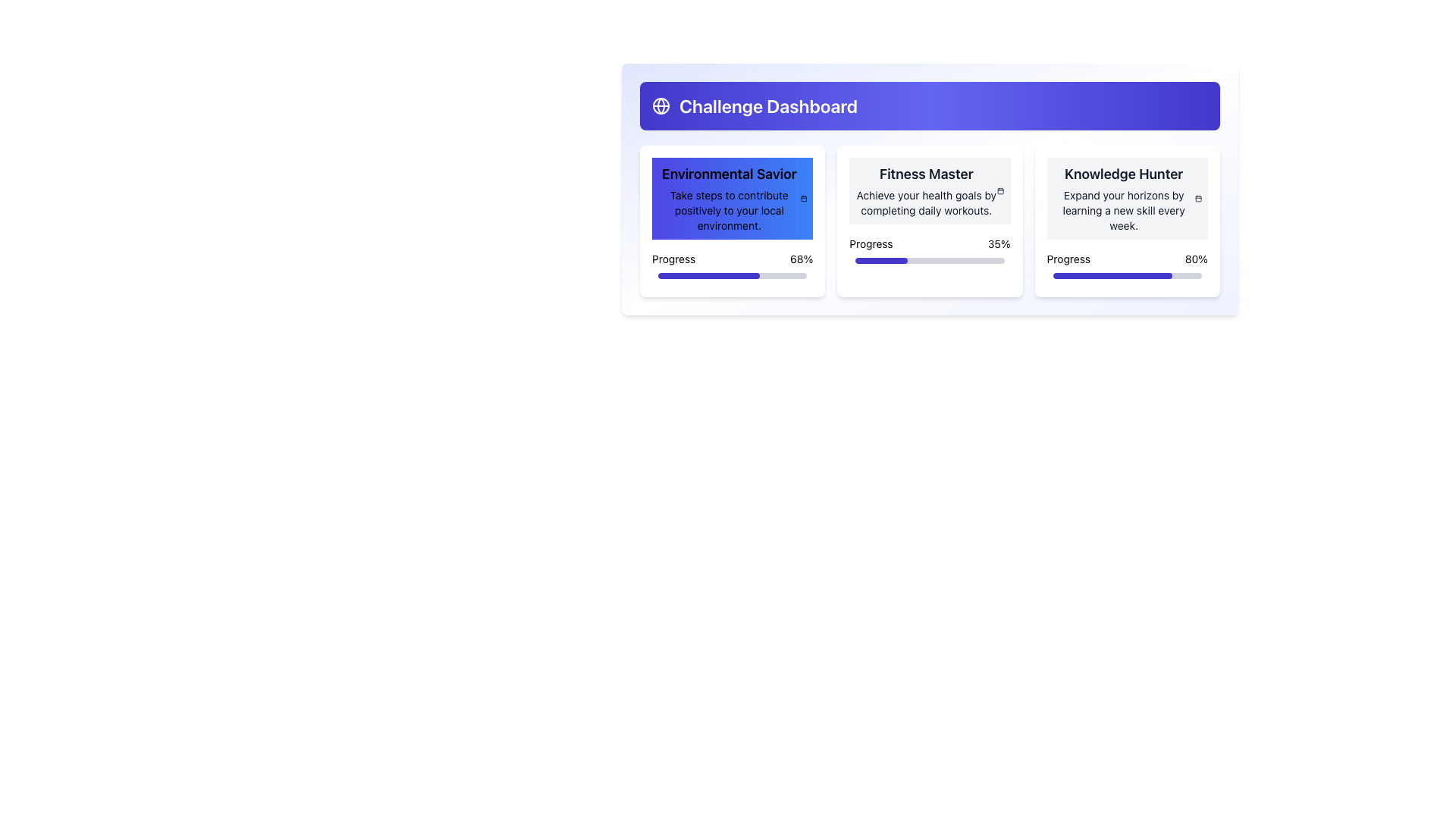  What do you see at coordinates (925, 190) in the screenshot?
I see `text contents of the title 'Fitness Master' and the subtitle 'Achieve your health goals by completing daily workouts' from the central card in the Challenge Dashboard section` at bounding box center [925, 190].